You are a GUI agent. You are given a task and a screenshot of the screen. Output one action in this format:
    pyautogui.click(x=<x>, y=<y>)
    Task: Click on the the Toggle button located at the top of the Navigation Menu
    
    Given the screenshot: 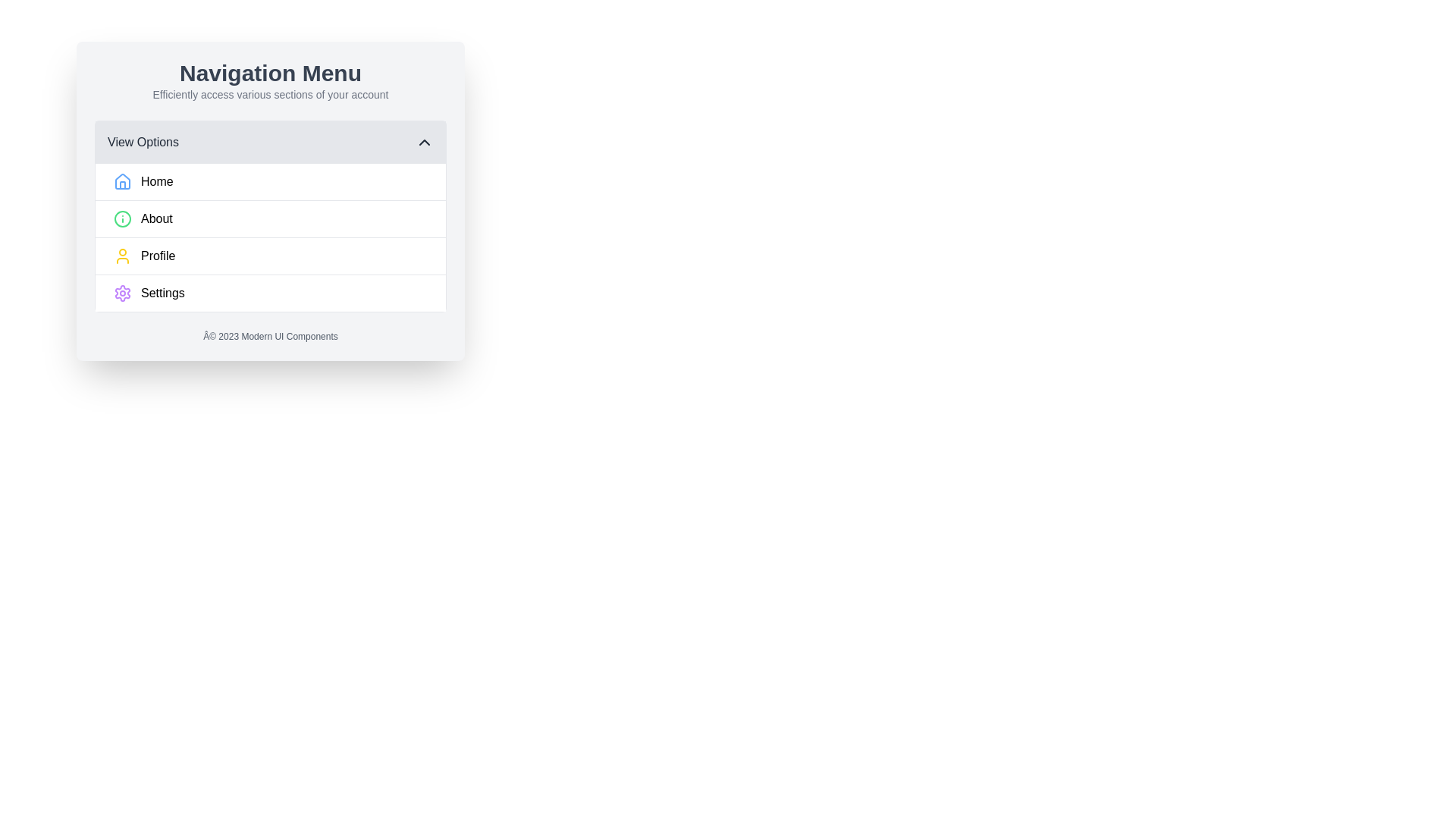 What is the action you would take?
    pyautogui.click(x=270, y=143)
    